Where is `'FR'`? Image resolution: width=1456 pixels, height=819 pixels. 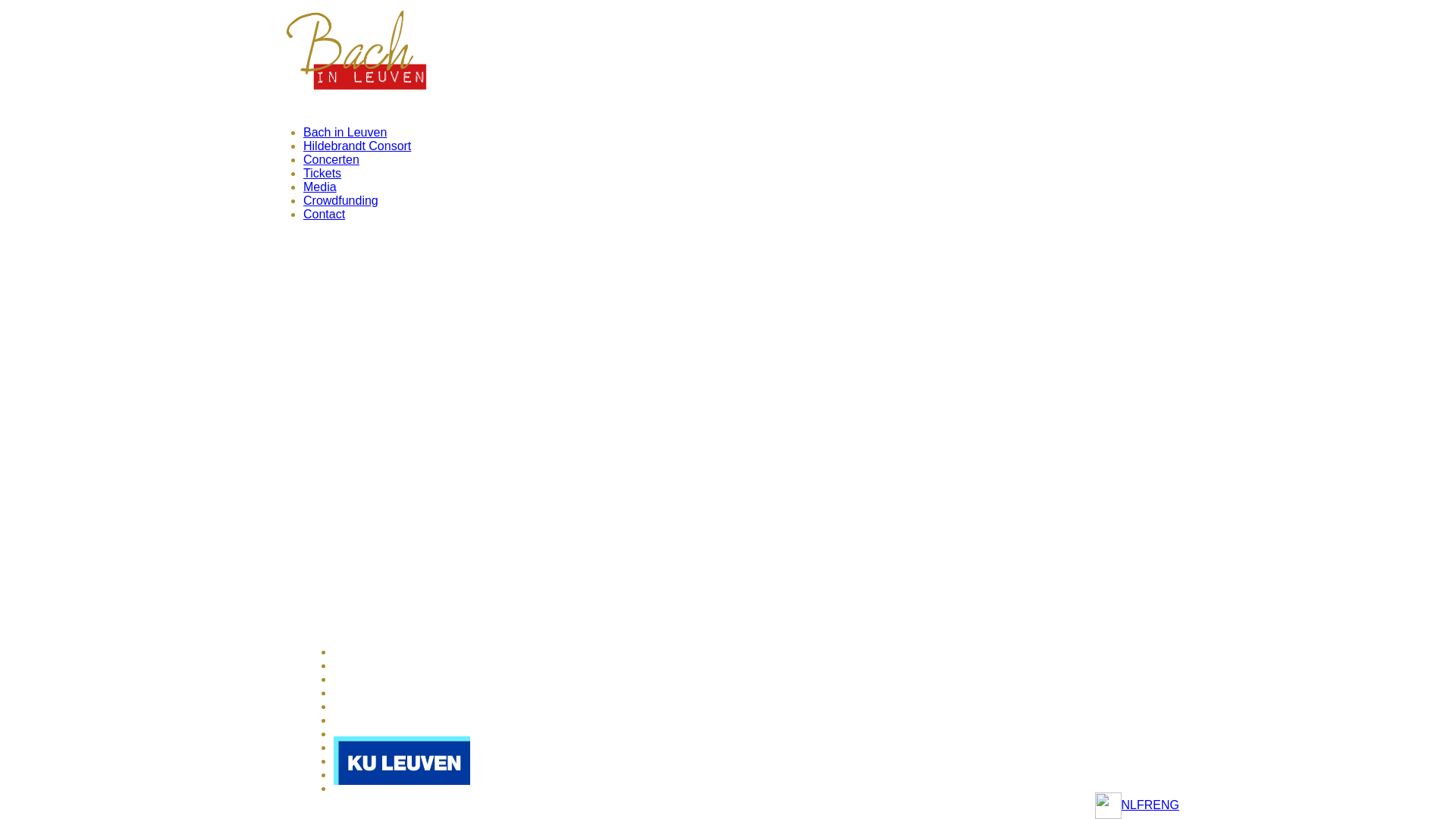
'FR' is located at coordinates (1144, 804).